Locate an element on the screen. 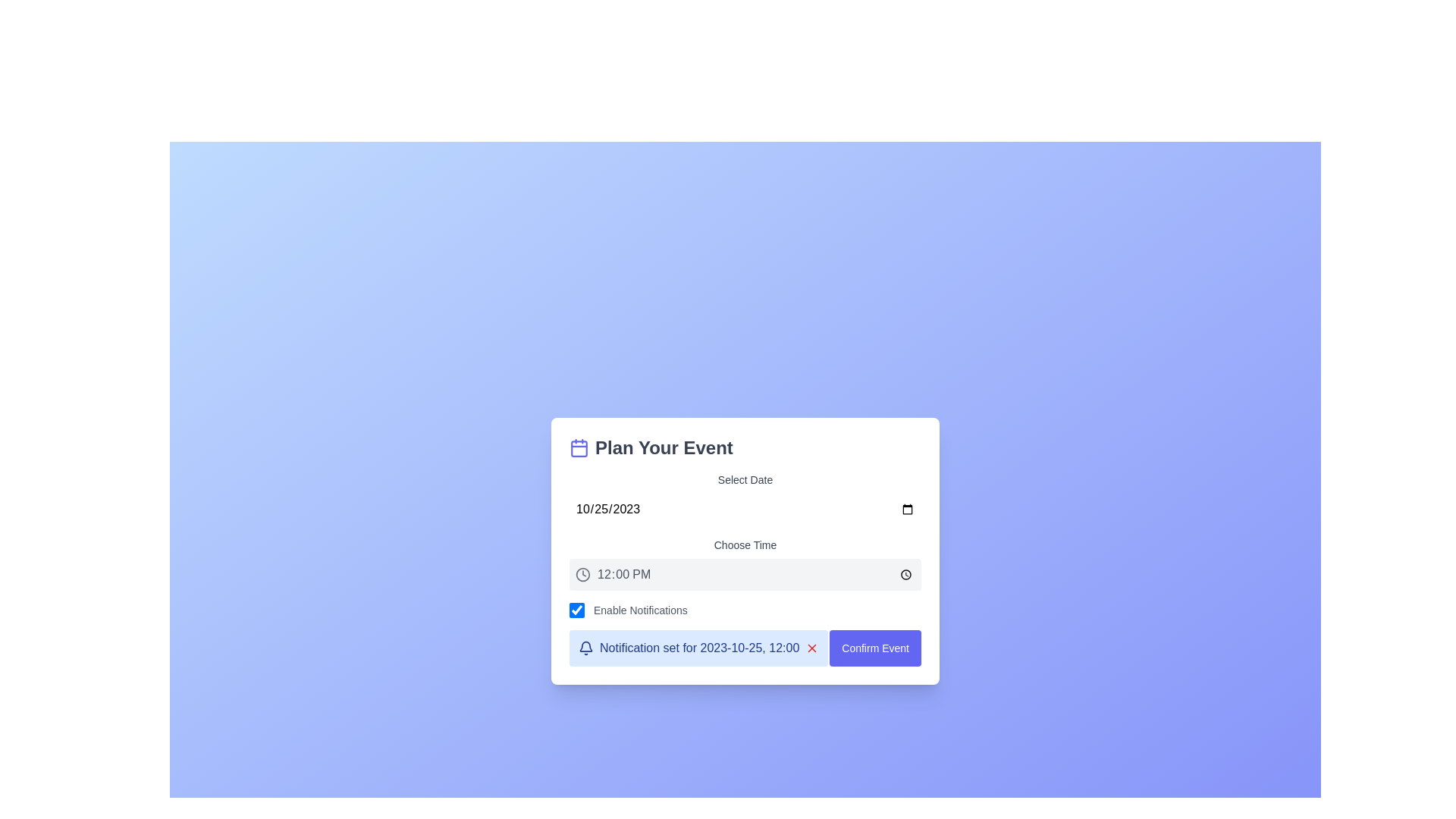  the static text label displaying the notification message 'Notification set for 2023-10-25, 12:00', which is styled in a blue font and located within a light-blue shaded box is located at coordinates (698, 648).